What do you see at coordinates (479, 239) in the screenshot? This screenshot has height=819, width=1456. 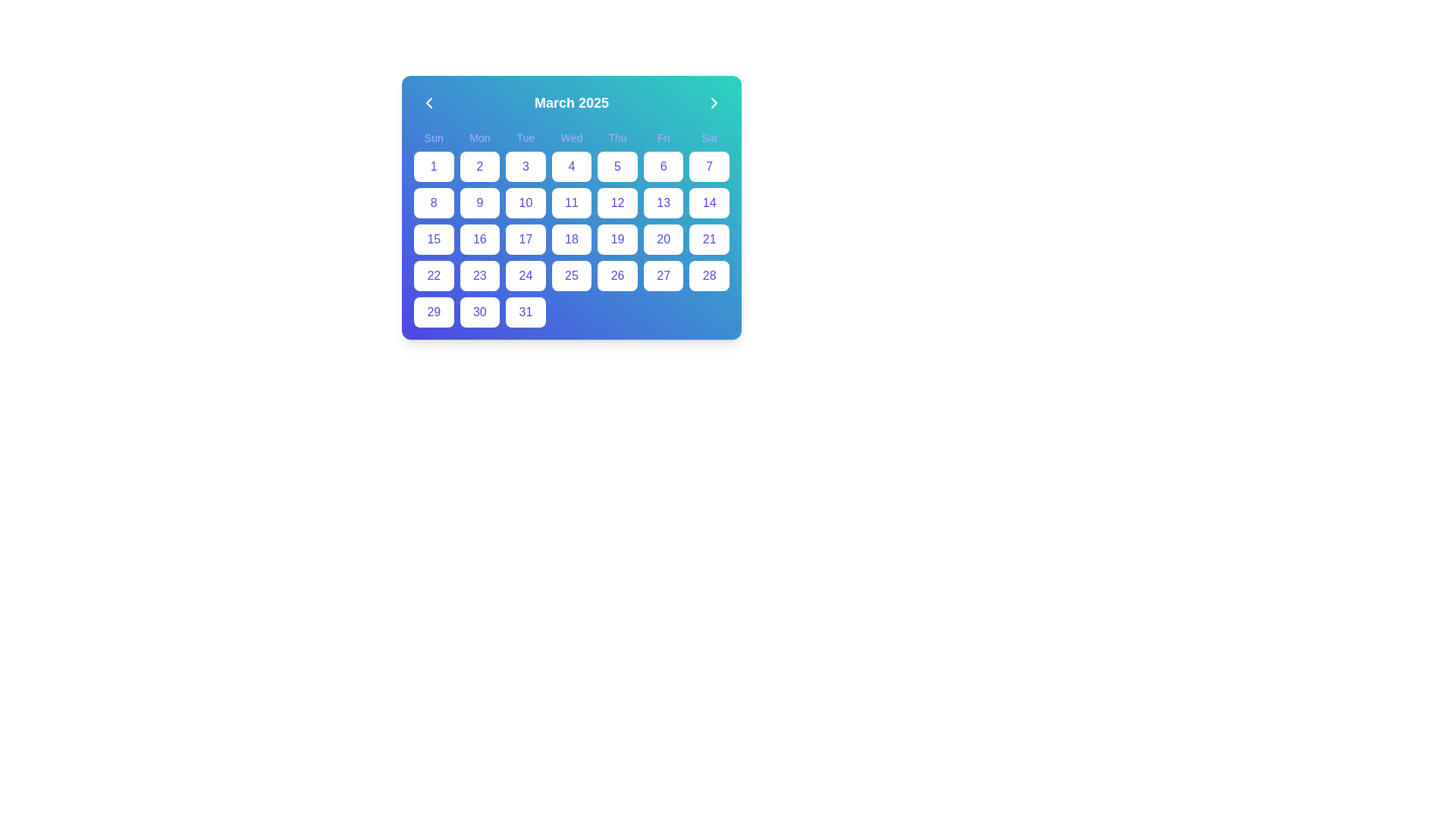 I see `the button displaying the number '16', which is a rounded rectangular button with a white background and blue text, located in the fourth row and second column of the calendar grid` at bounding box center [479, 239].